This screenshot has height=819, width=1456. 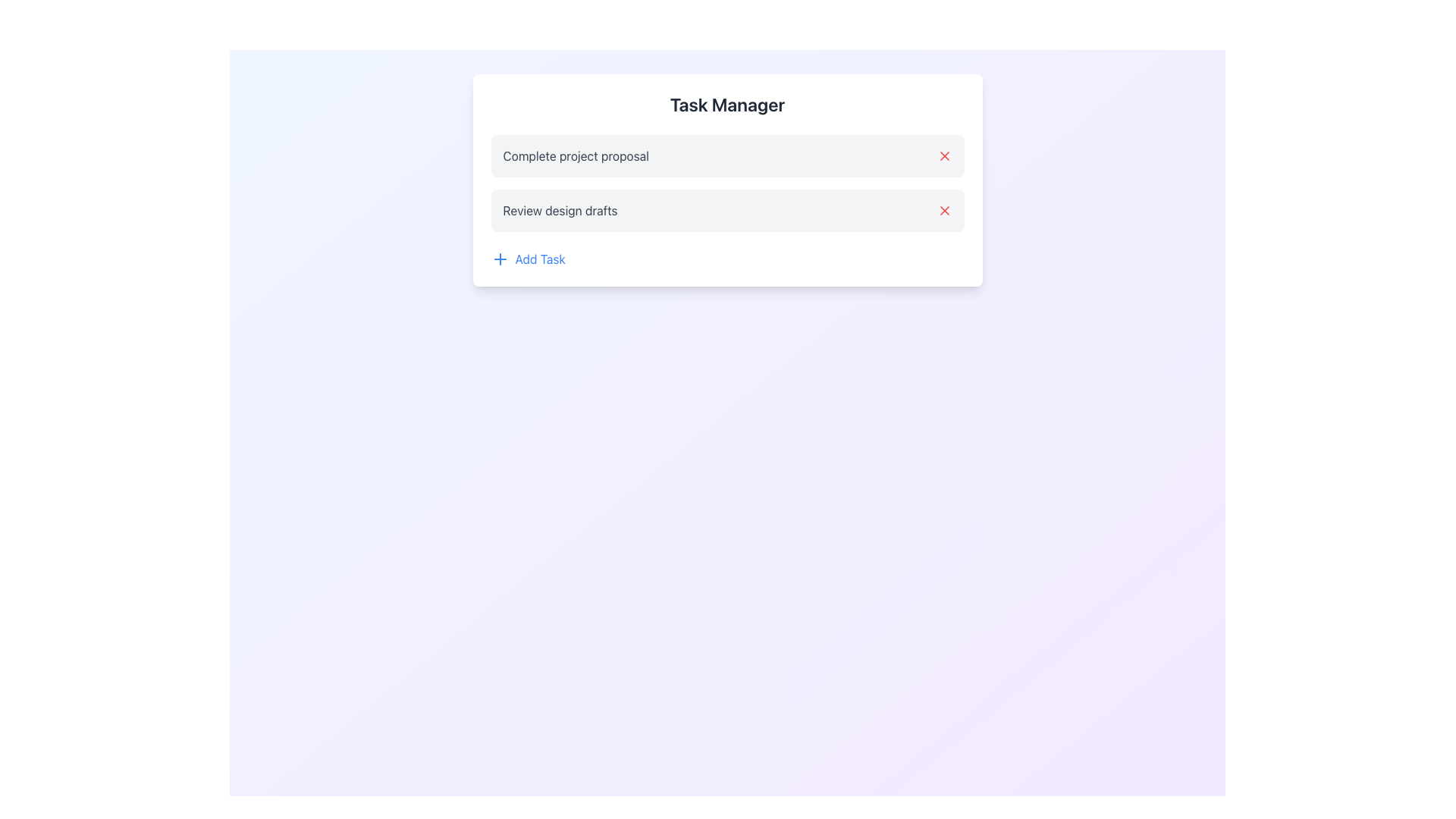 What do you see at coordinates (560, 210) in the screenshot?
I see `the static text label displaying 'Review design drafts' in dark gray within the task management interface` at bounding box center [560, 210].